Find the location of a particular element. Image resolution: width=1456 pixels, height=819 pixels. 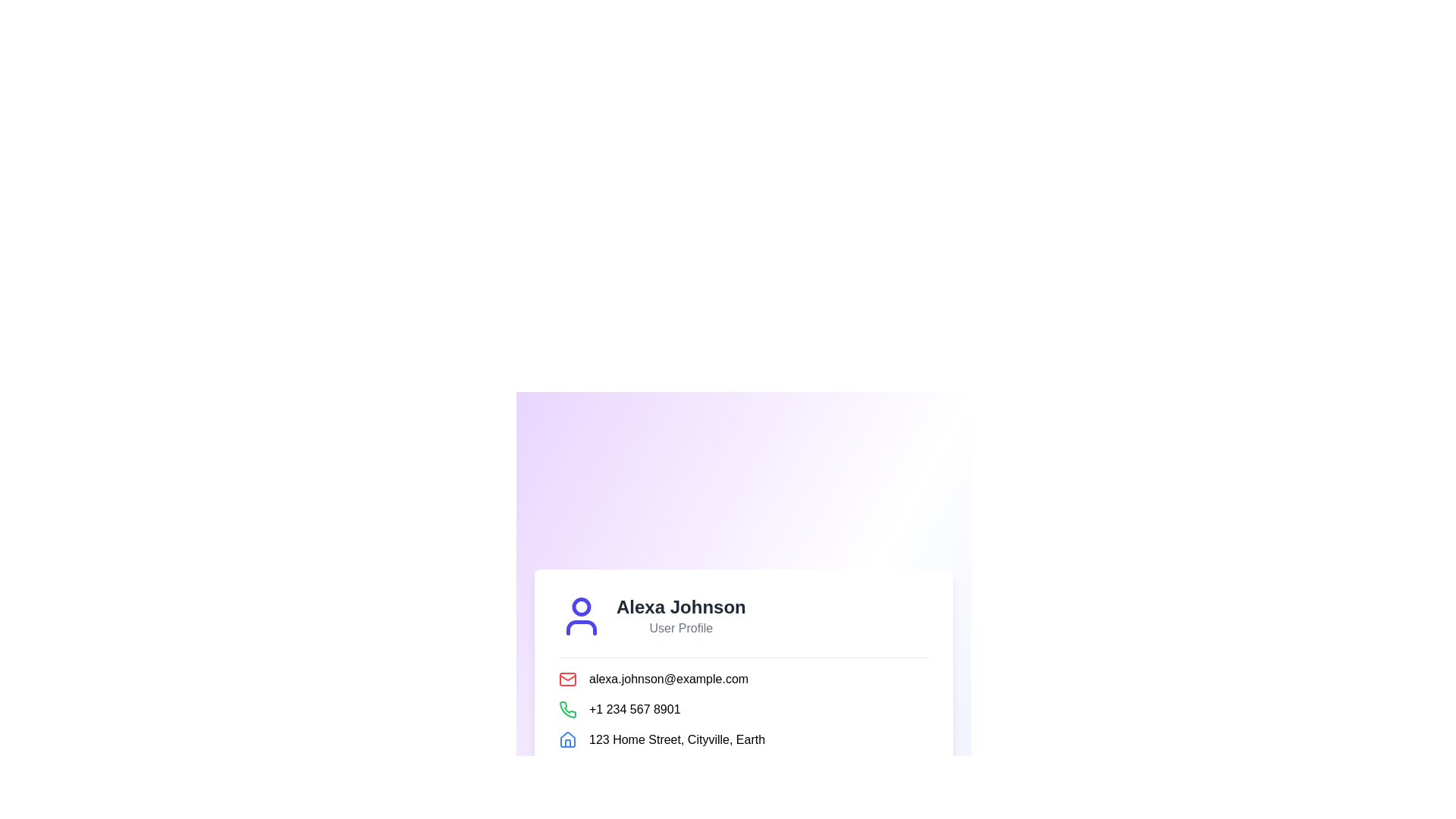

the Profile header section displaying 'Alexa Johnson' is located at coordinates (743, 616).